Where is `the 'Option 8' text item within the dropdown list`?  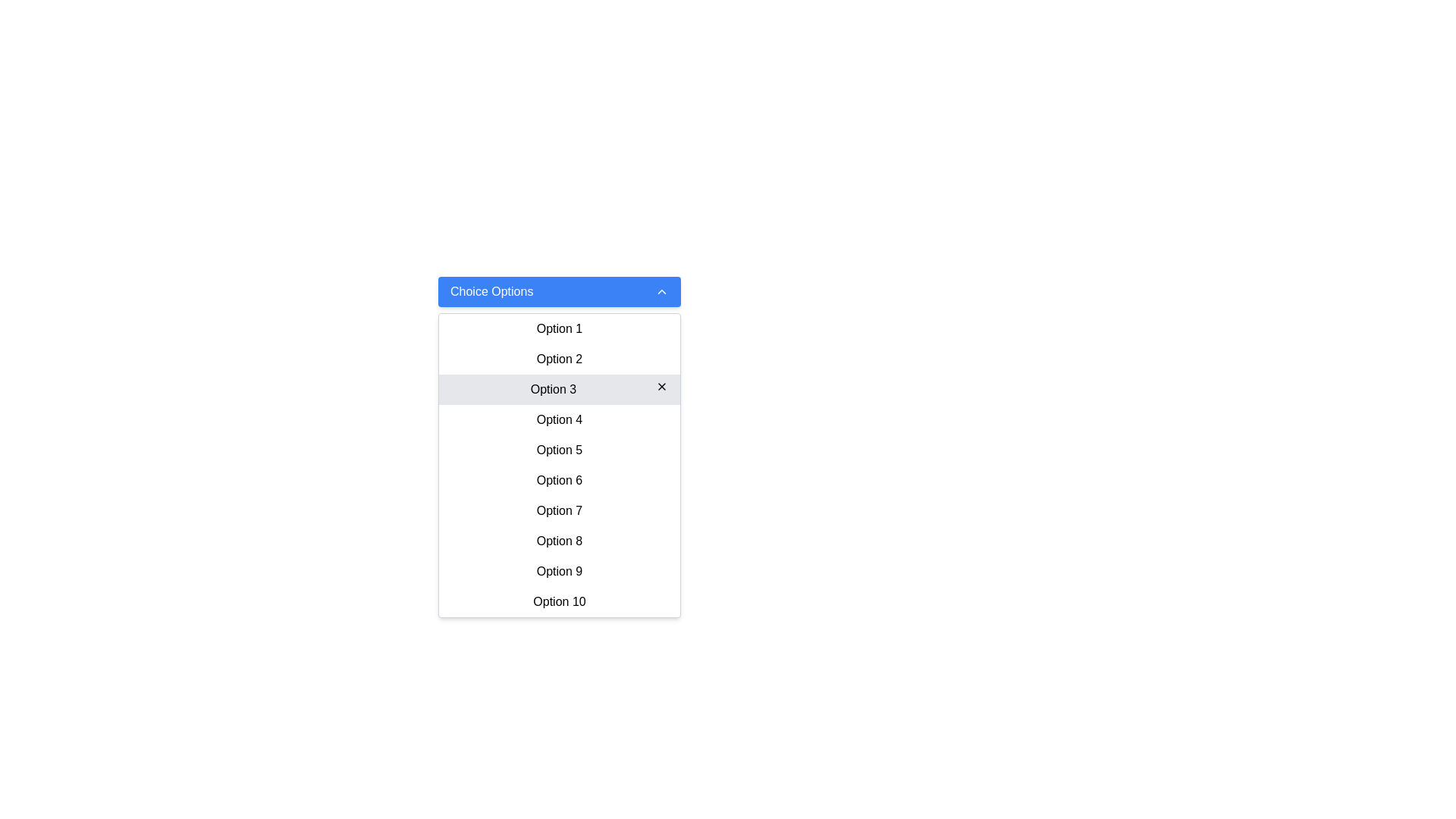 the 'Option 8' text item within the dropdown list is located at coordinates (559, 540).